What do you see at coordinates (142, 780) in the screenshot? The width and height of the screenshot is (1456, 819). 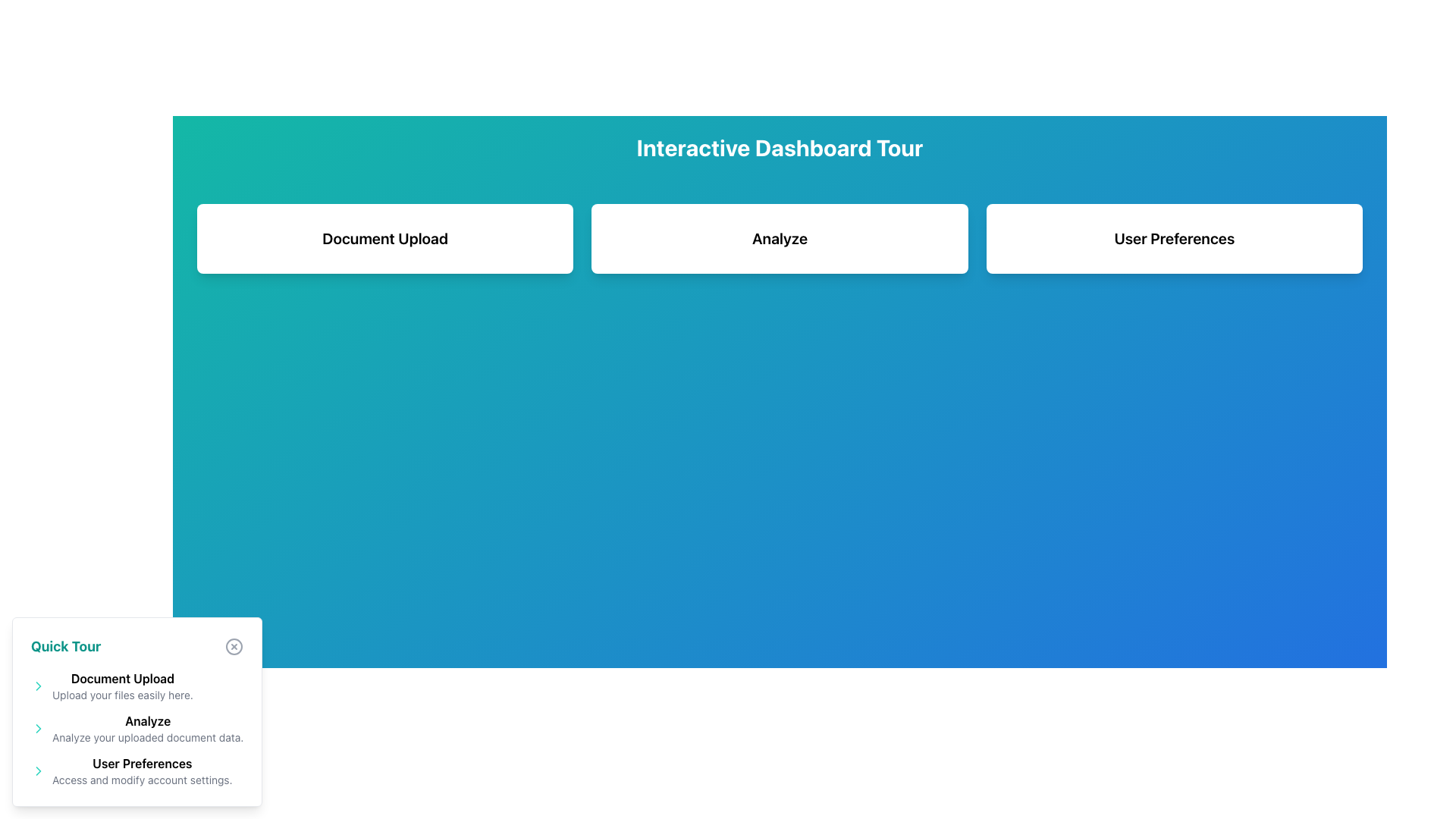 I see `static text label located beneath the 'User Preferences' heading in the bottom-left corner of the interface` at bounding box center [142, 780].